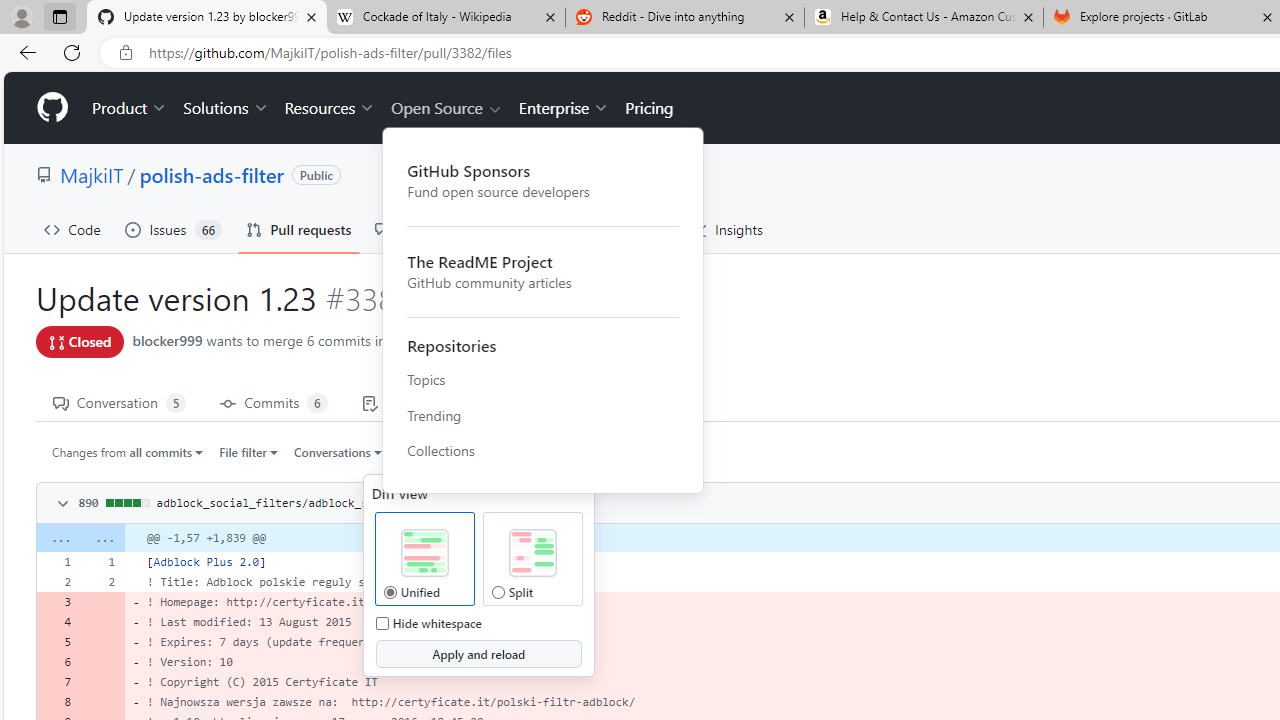  What do you see at coordinates (477, 654) in the screenshot?
I see `'Apply and reload'` at bounding box center [477, 654].